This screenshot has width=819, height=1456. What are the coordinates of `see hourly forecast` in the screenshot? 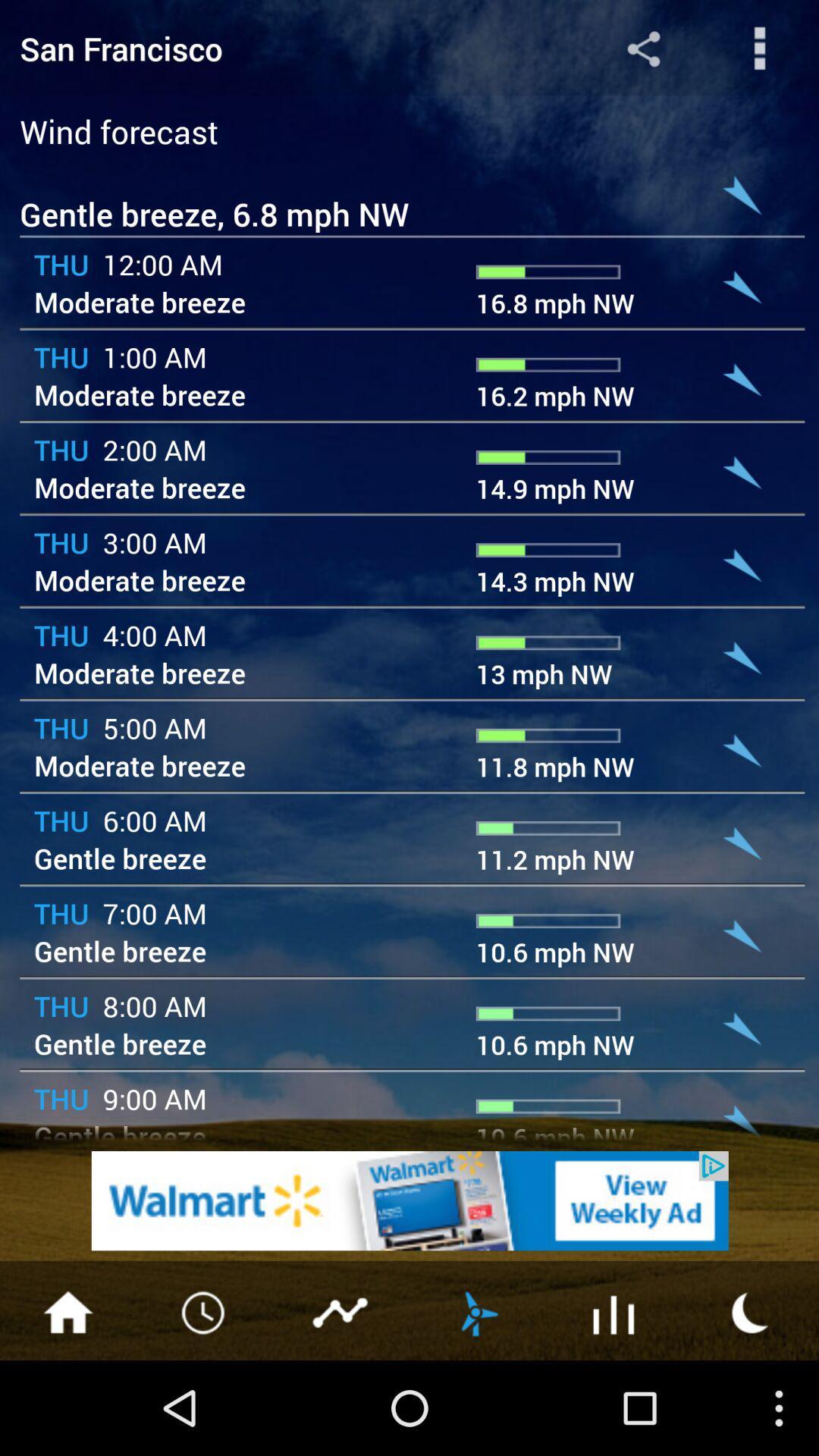 It's located at (205, 1310).